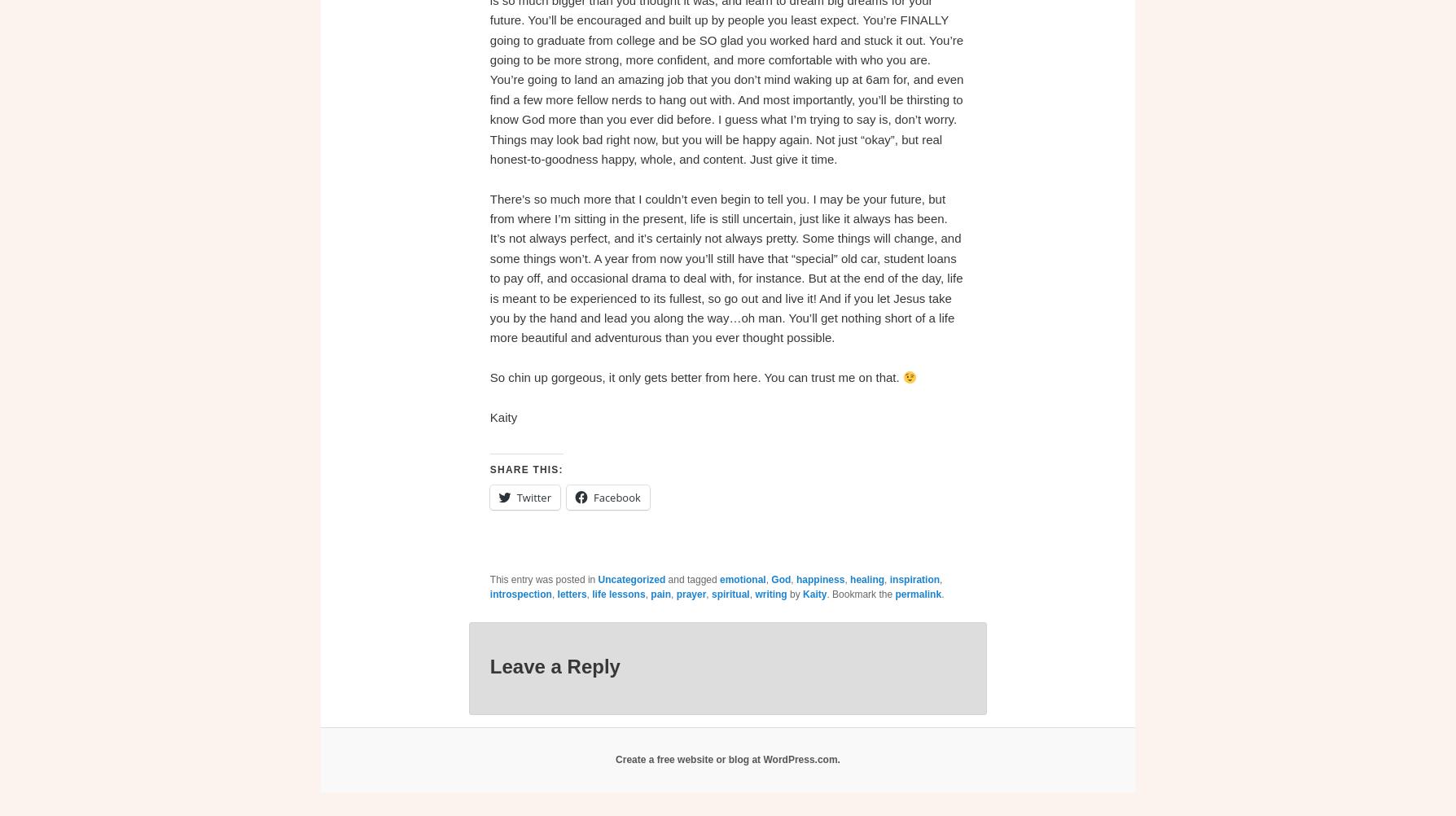 This screenshot has height=816, width=1456. Describe the element at coordinates (820, 580) in the screenshot. I see `'happiness'` at that location.